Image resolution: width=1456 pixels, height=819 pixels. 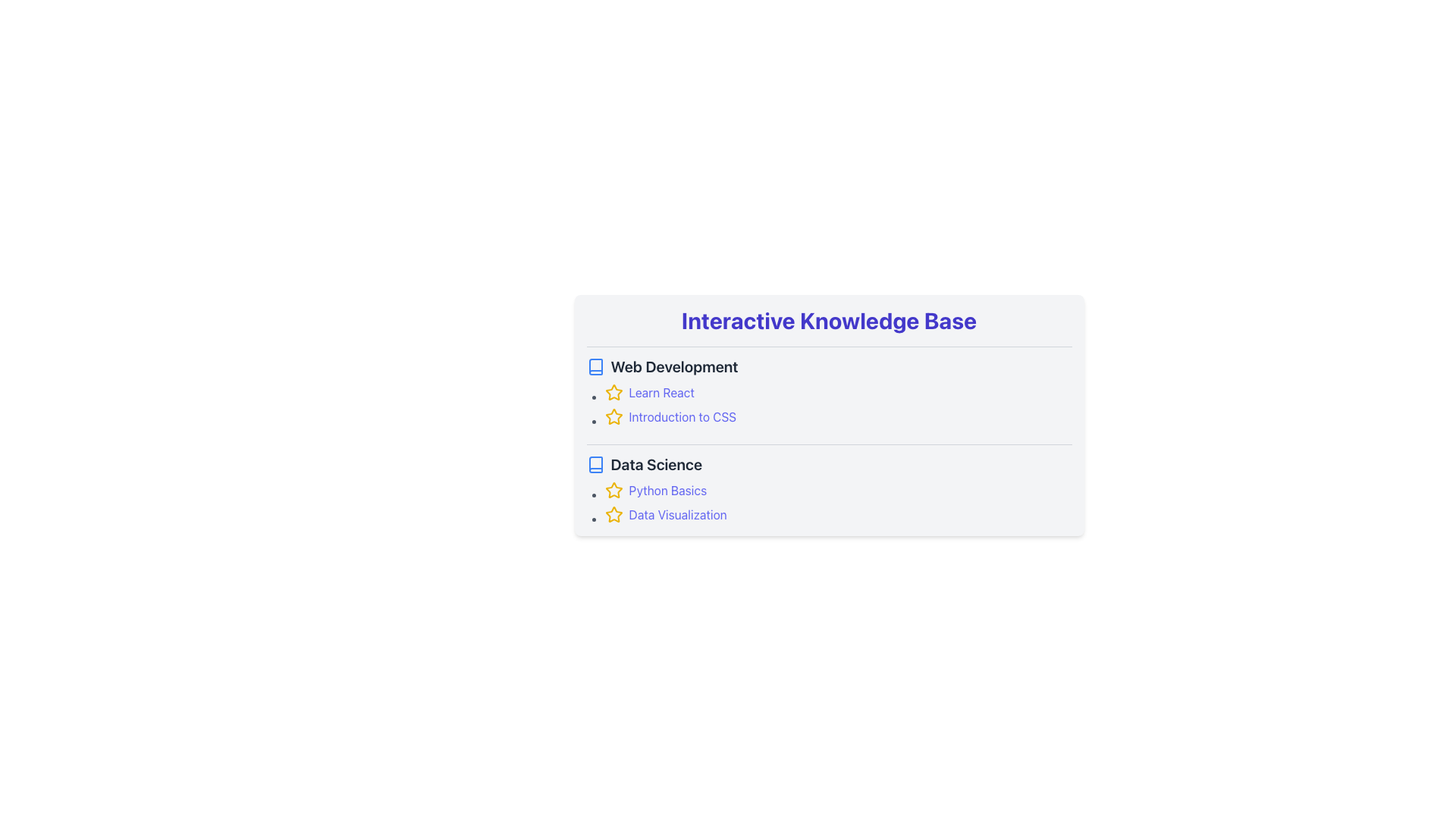 What do you see at coordinates (613, 391) in the screenshot?
I see `the rating icon located to the left of the 'Learn React' text in the 'Web Development' section of the interface` at bounding box center [613, 391].